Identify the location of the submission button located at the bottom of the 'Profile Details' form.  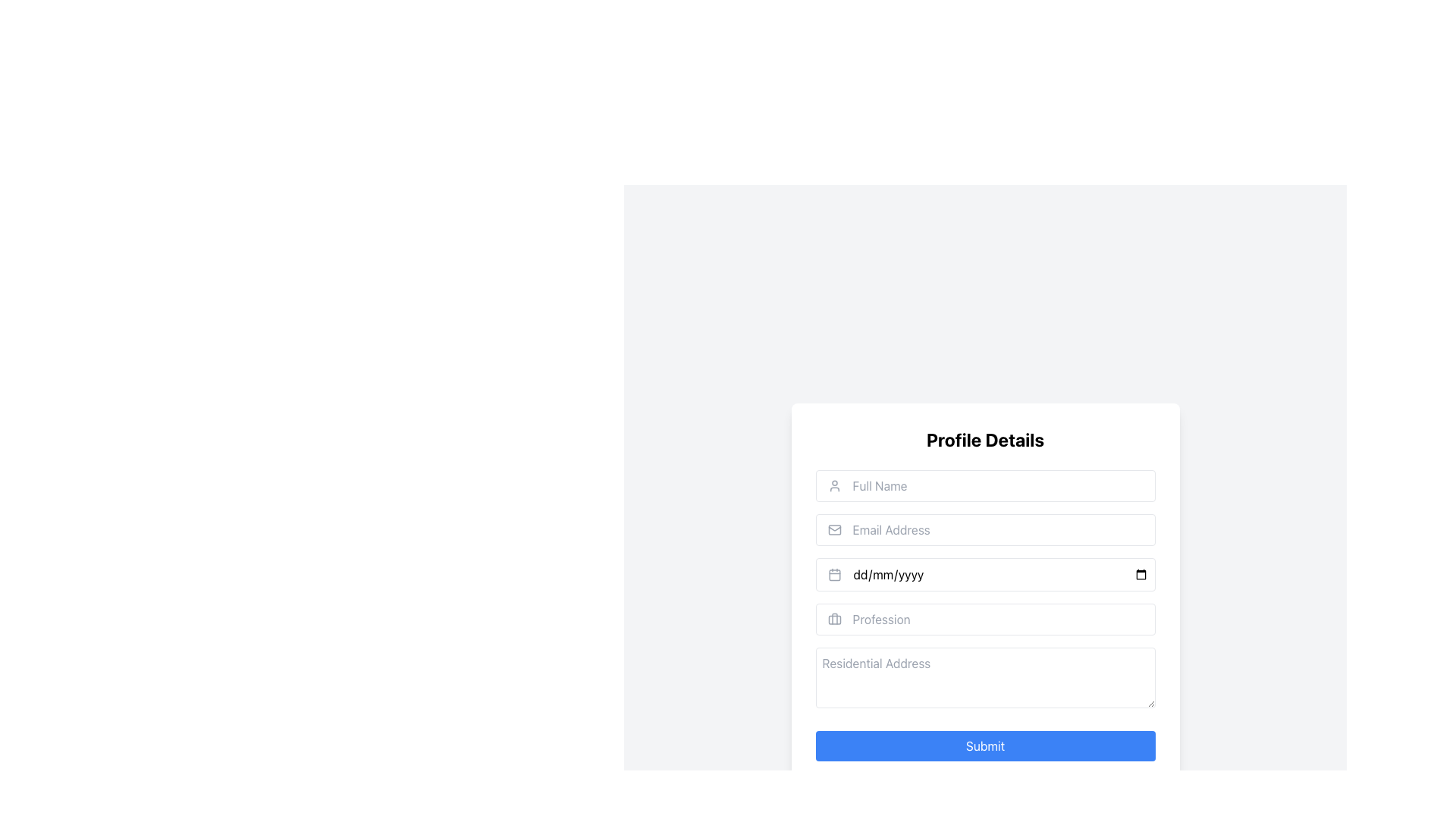
(985, 745).